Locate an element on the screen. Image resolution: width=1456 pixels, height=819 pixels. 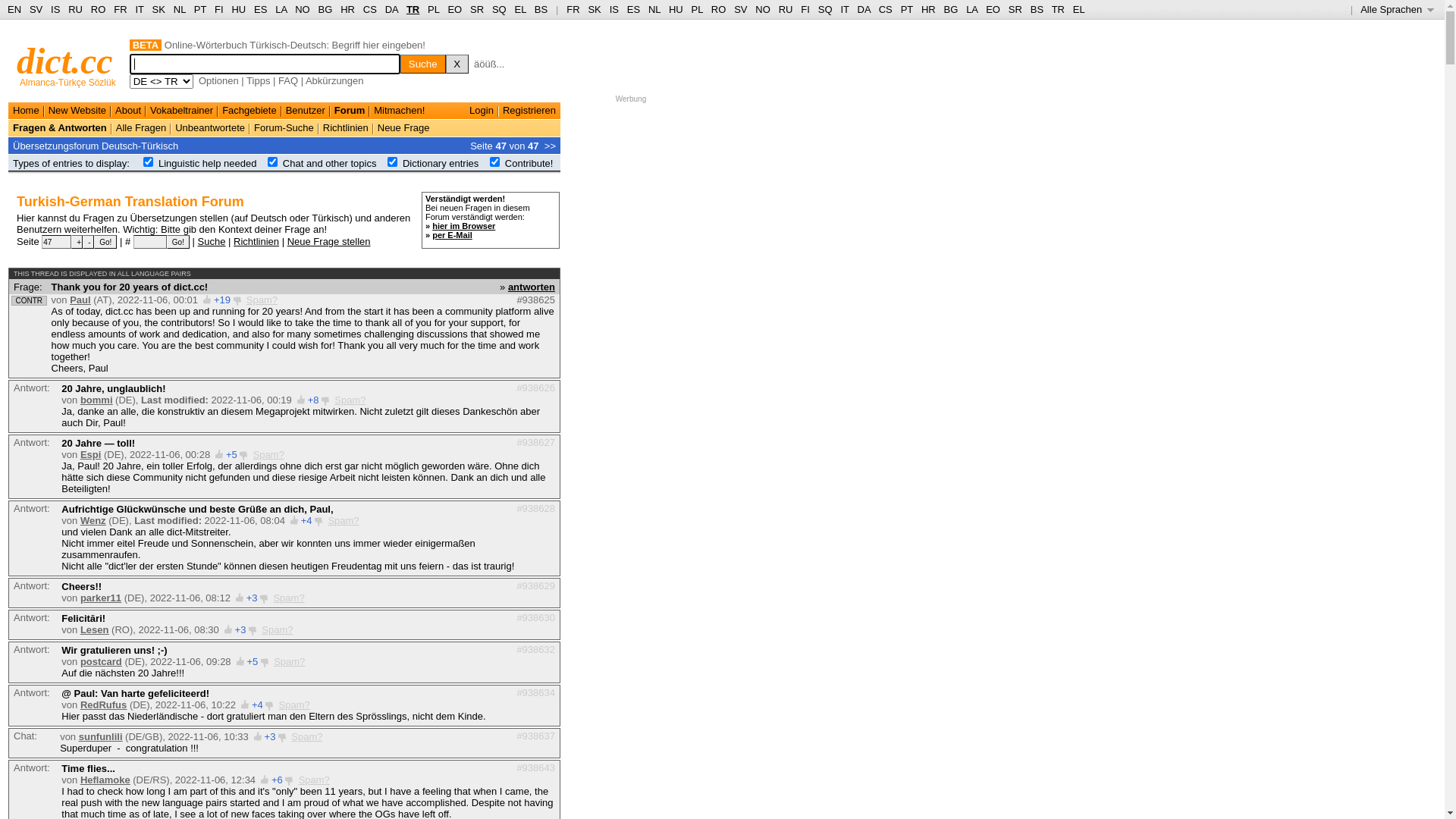
'#938626' is located at coordinates (516, 387).